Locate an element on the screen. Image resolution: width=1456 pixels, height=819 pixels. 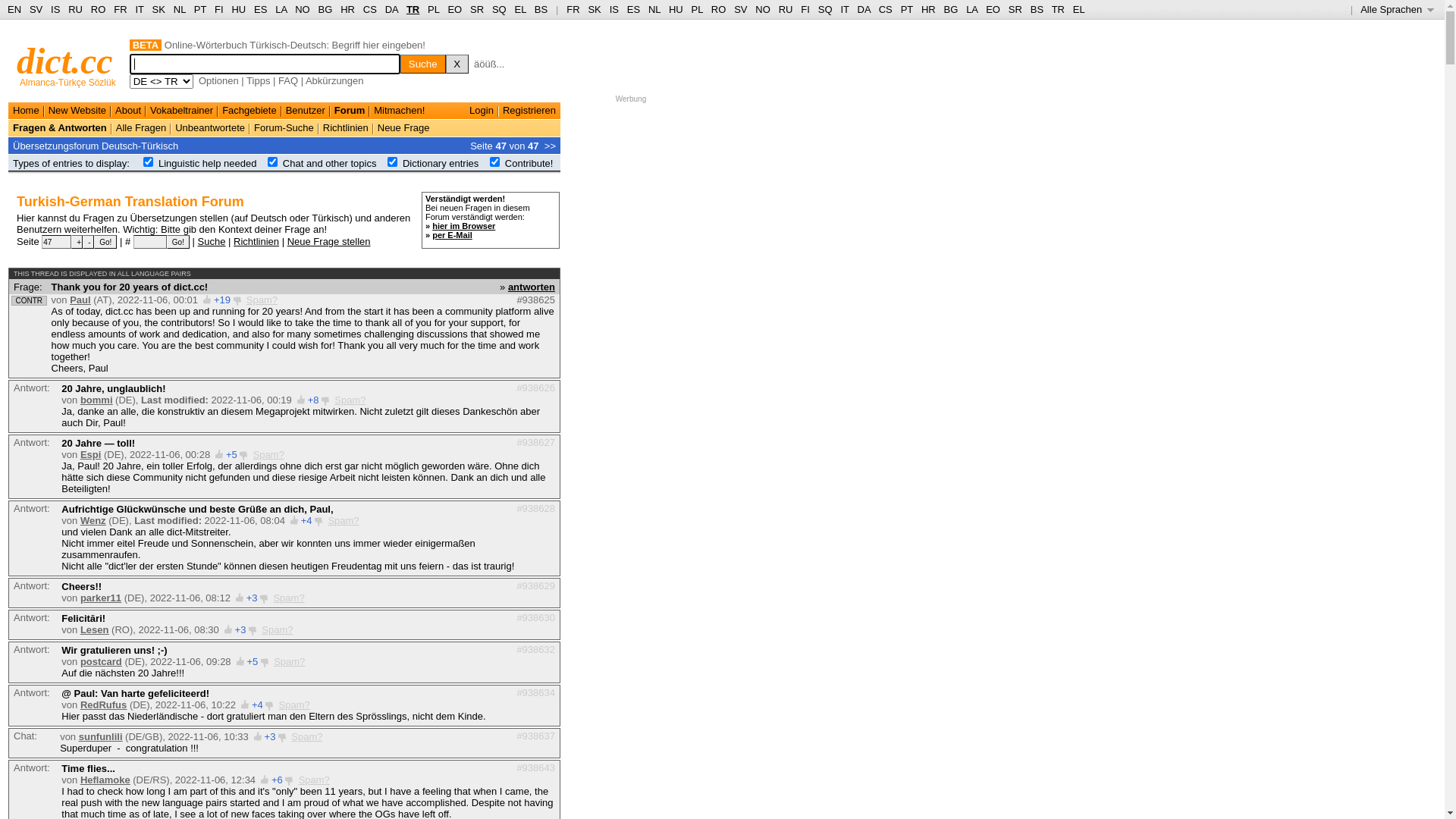
'#938626' is located at coordinates (516, 387).